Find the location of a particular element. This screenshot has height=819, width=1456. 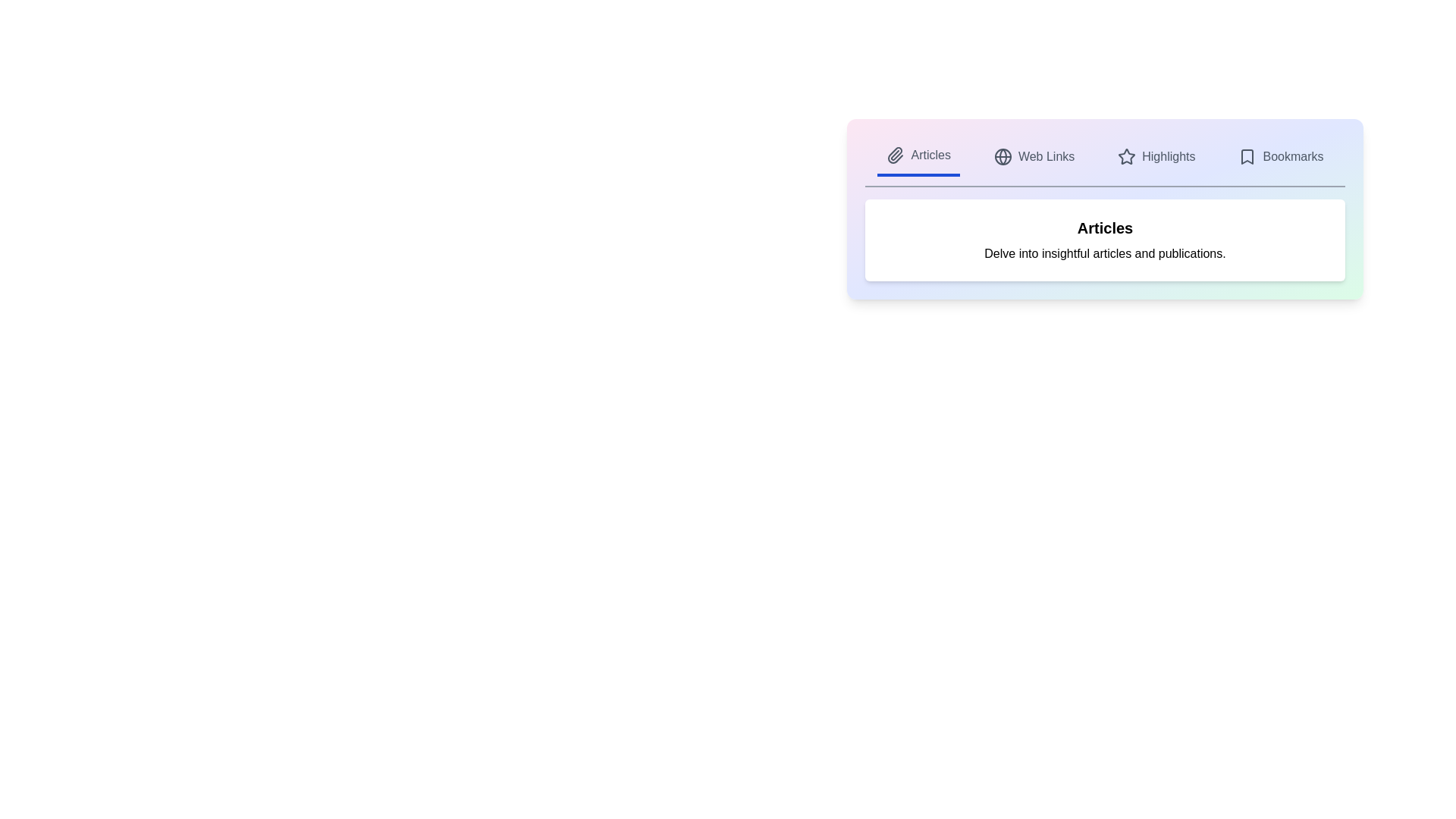

the tab labeled Highlights is located at coordinates (1156, 157).